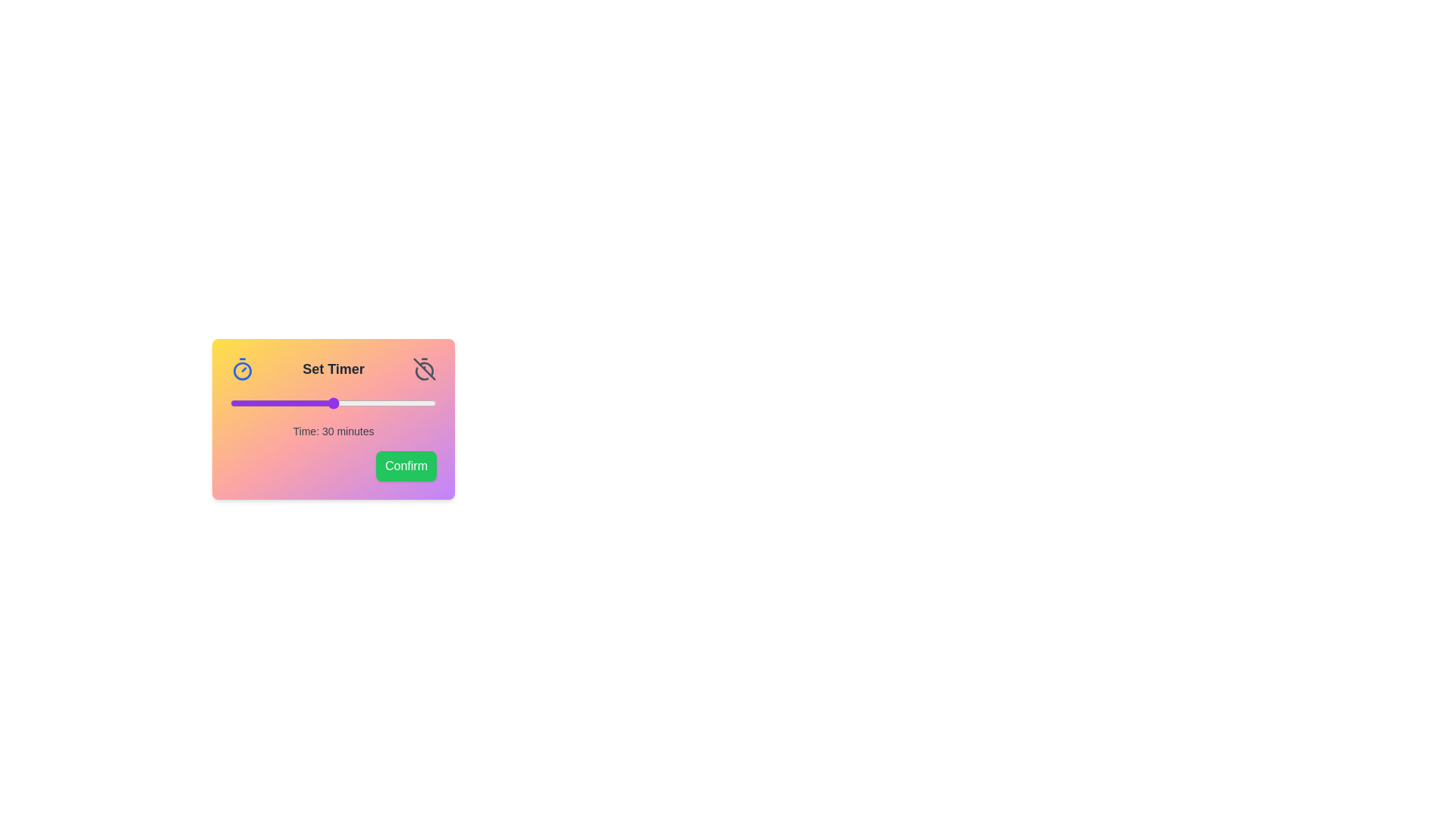 The image size is (1456, 819). I want to click on the confirm button to confirm the selected time, so click(406, 465).